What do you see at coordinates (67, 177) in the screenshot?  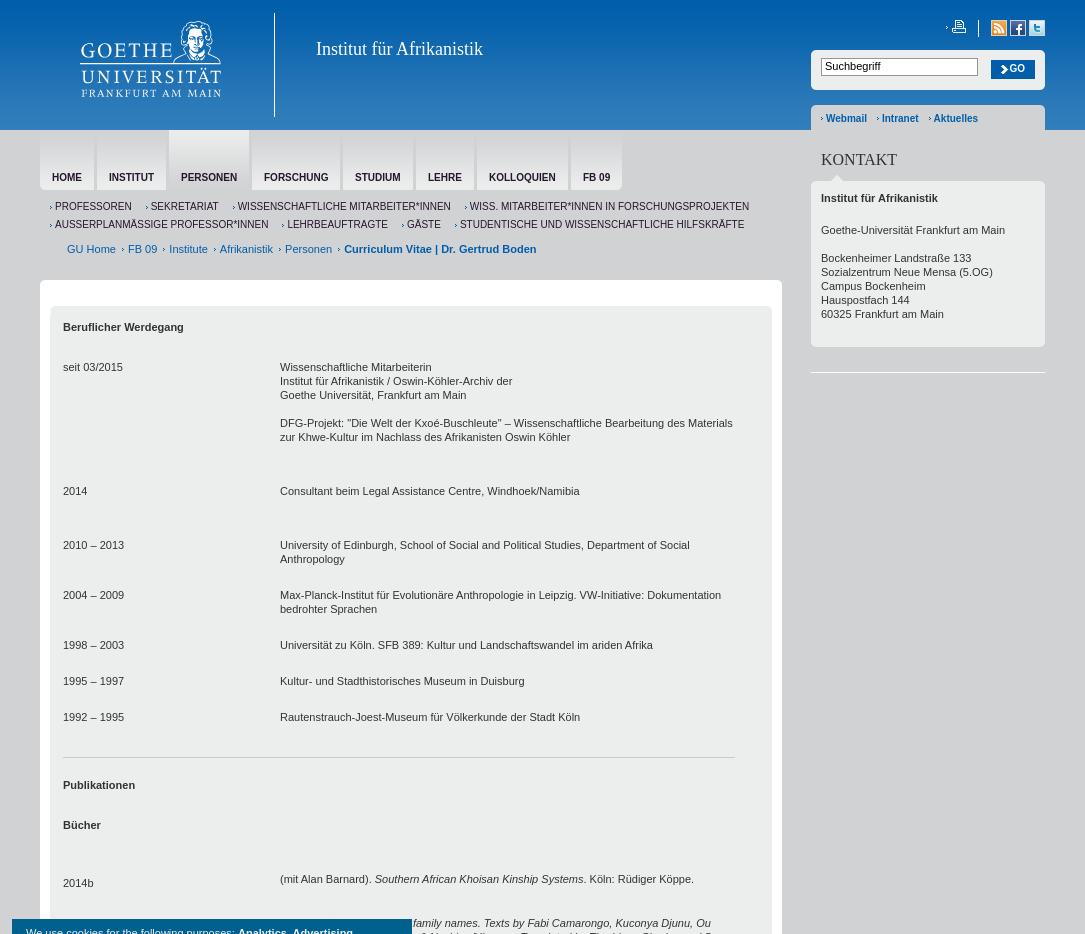 I see `'Home'` at bounding box center [67, 177].